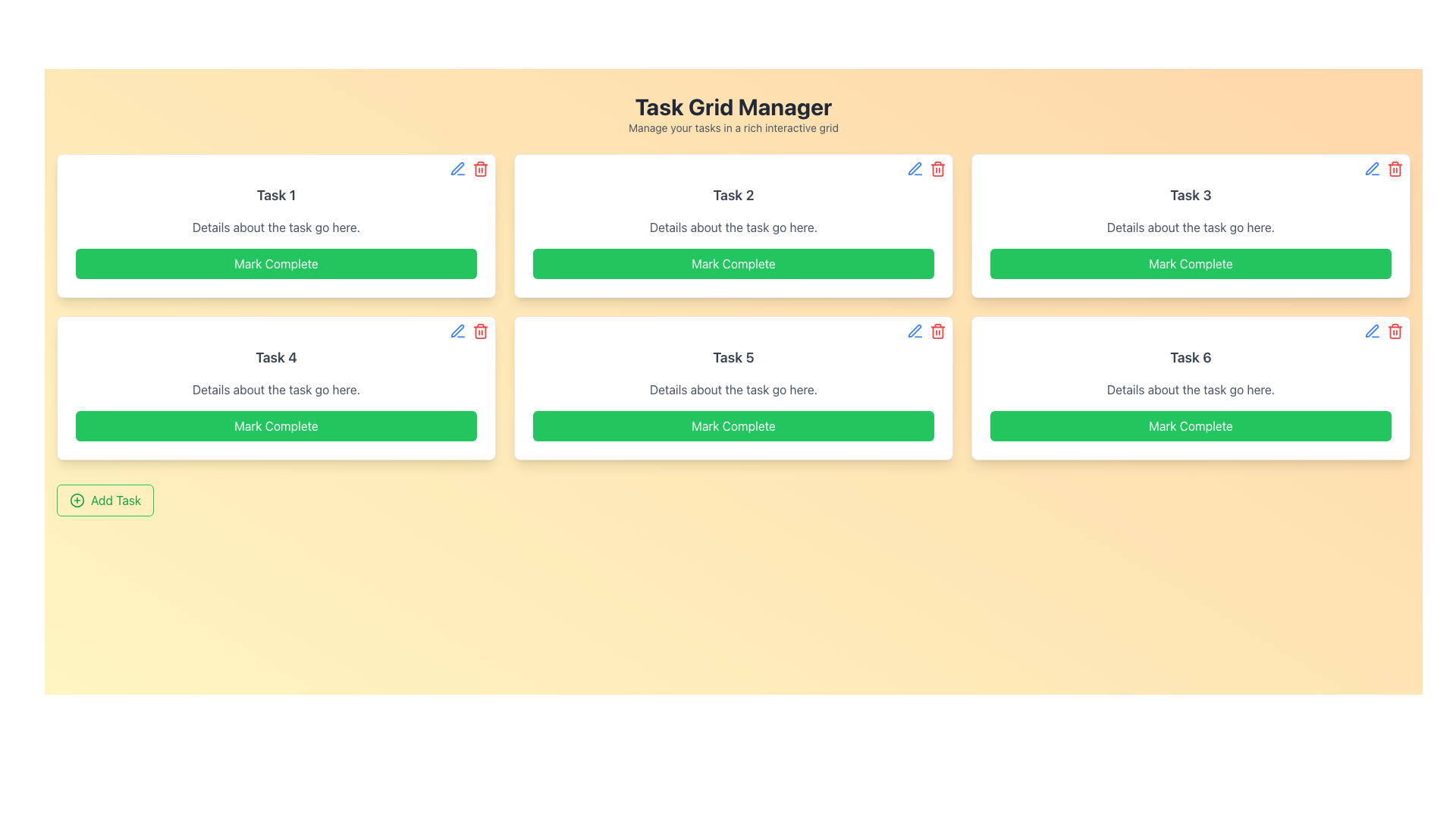 The image size is (1456, 819). Describe the element at coordinates (1190, 388) in the screenshot. I see `the text displayed in the centered Text Label within the sixth task card, which reads 'Details about the task go here.'` at that location.